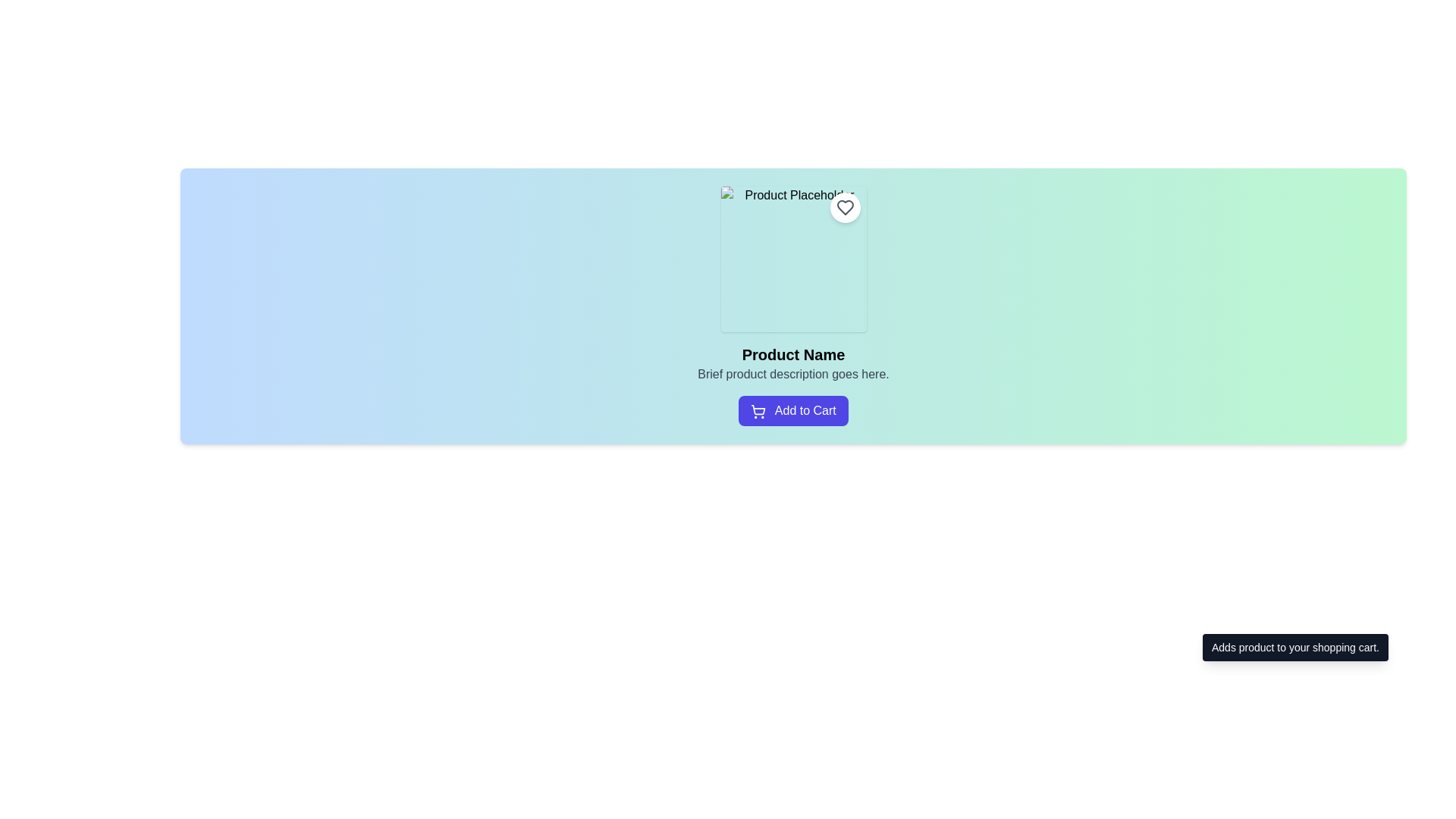  Describe the element at coordinates (758, 409) in the screenshot. I see `the shopping cart icon within the 'Add to Cart' button` at that location.